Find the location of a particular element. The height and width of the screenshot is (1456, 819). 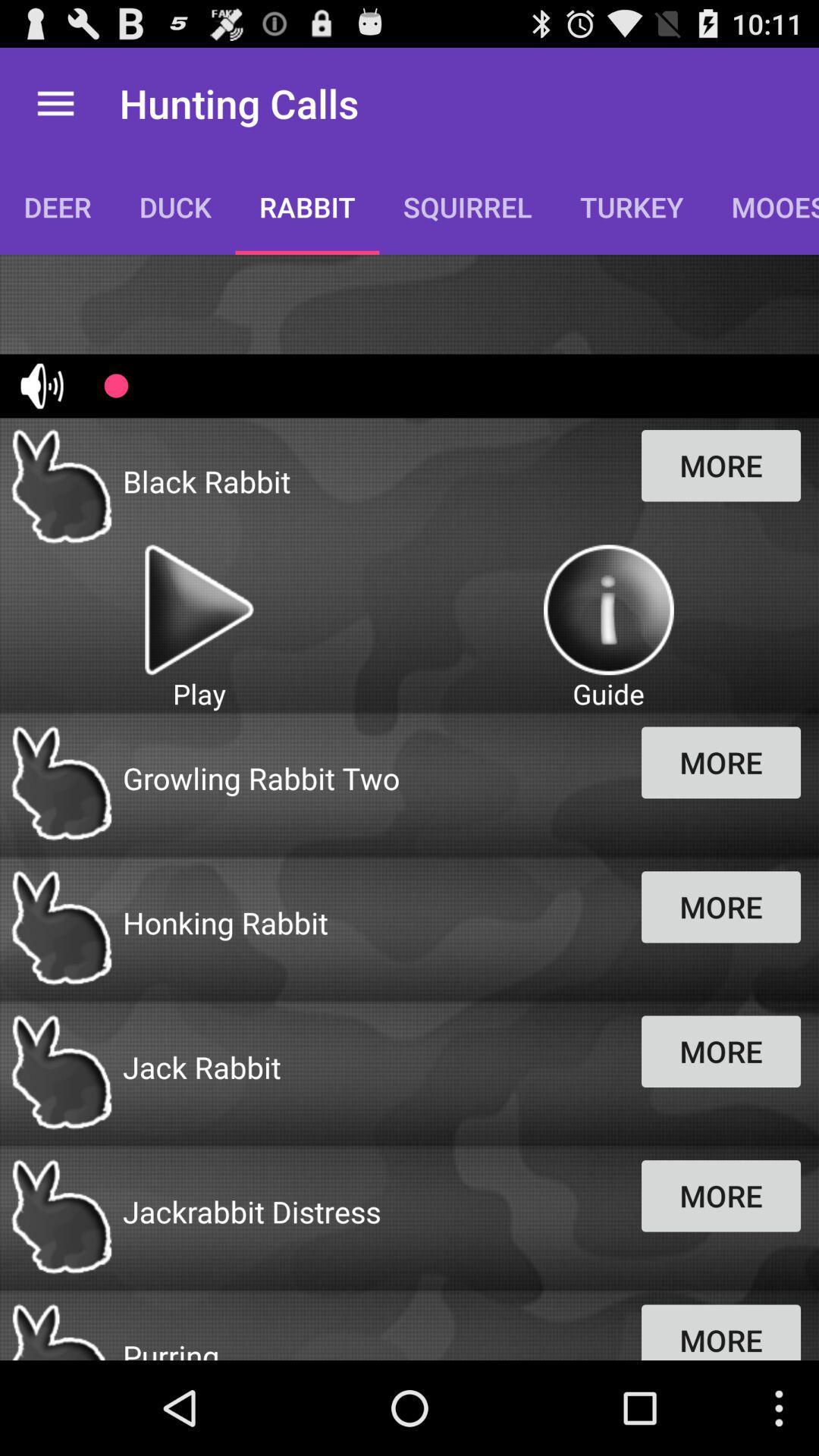

play is located at coordinates (198, 610).